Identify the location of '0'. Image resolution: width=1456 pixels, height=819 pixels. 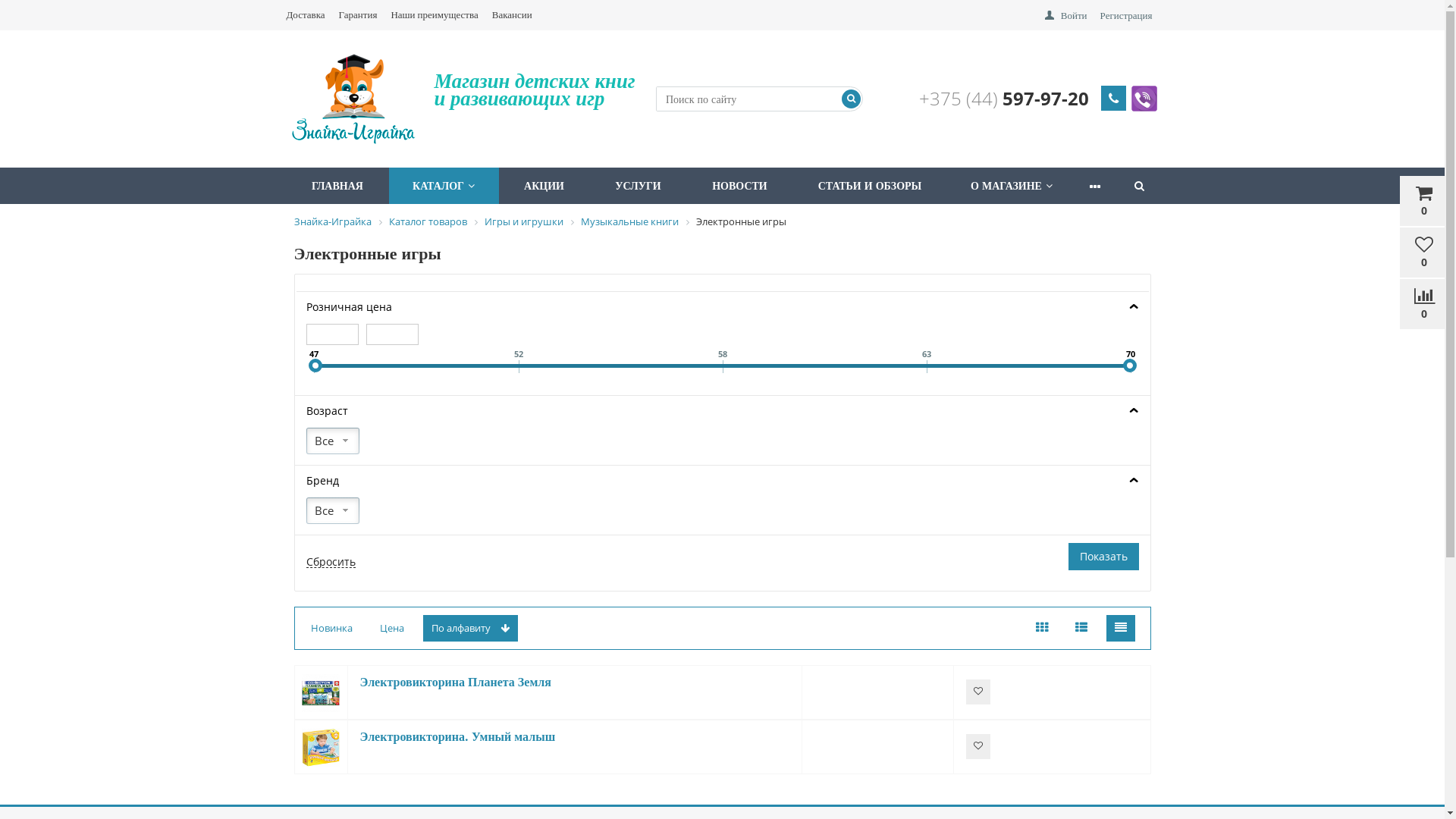
(1423, 304).